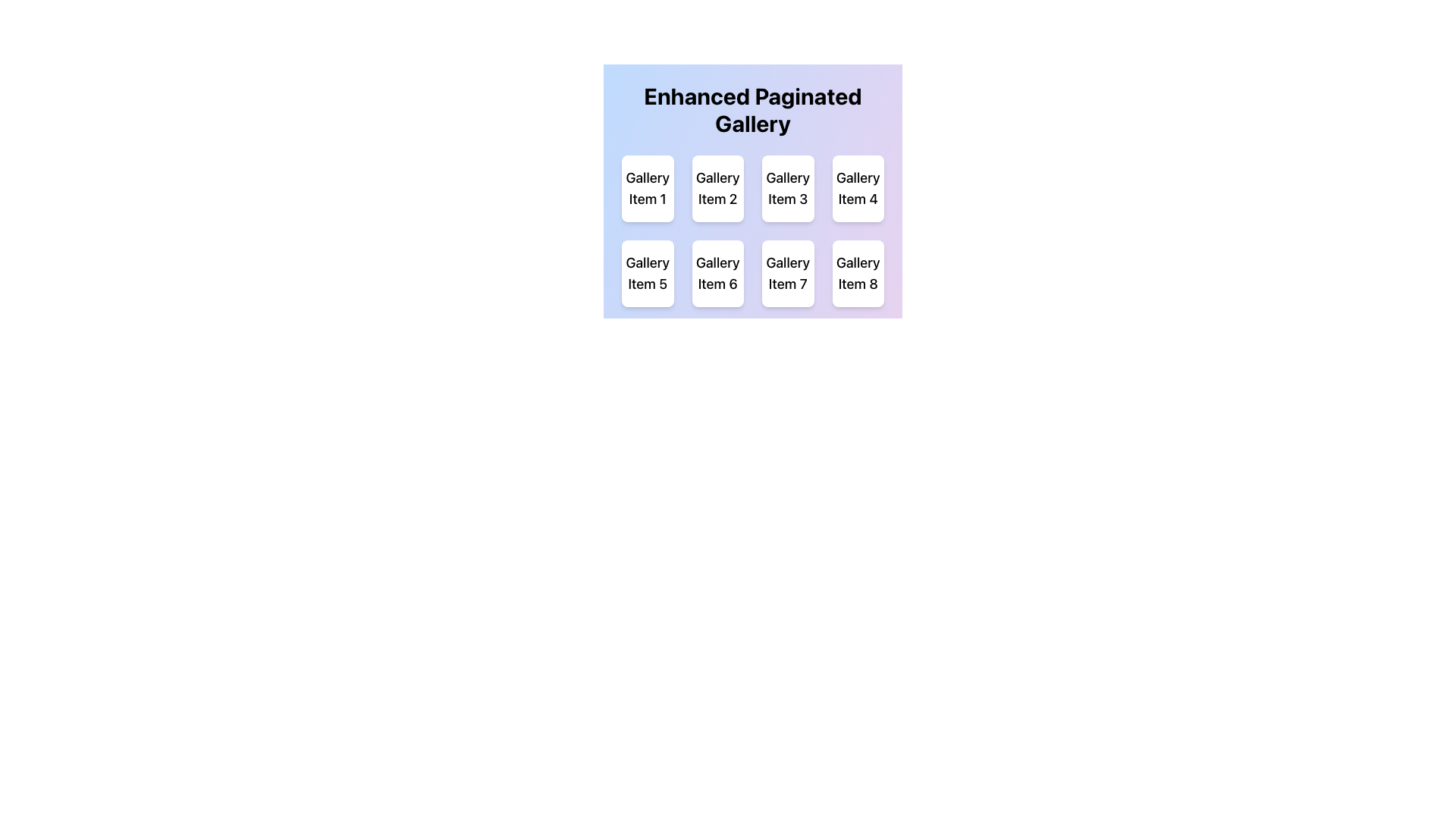 The width and height of the screenshot is (1456, 819). What do you see at coordinates (858, 188) in the screenshot?
I see `the text element displaying 'Gallery Item 4', which is located in the top-right corner of the gallery interface` at bounding box center [858, 188].